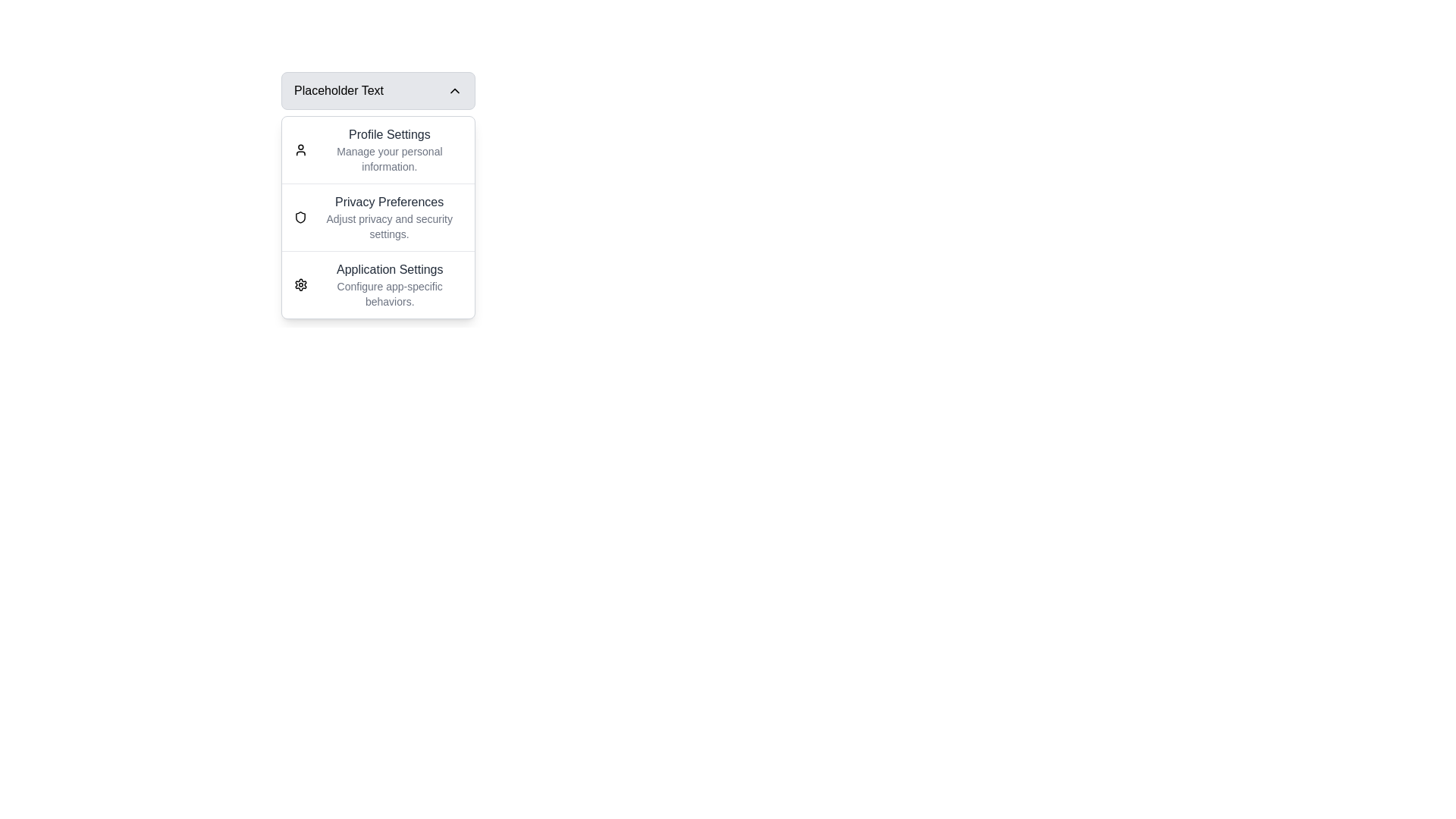 This screenshot has width=1456, height=819. What do you see at coordinates (390, 294) in the screenshot?
I see `the text element reading 'Configure app-specific behaviors.' which is styled in a small-sized font with a gray color, located directly below the heading 'Application Settings'` at bounding box center [390, 294].